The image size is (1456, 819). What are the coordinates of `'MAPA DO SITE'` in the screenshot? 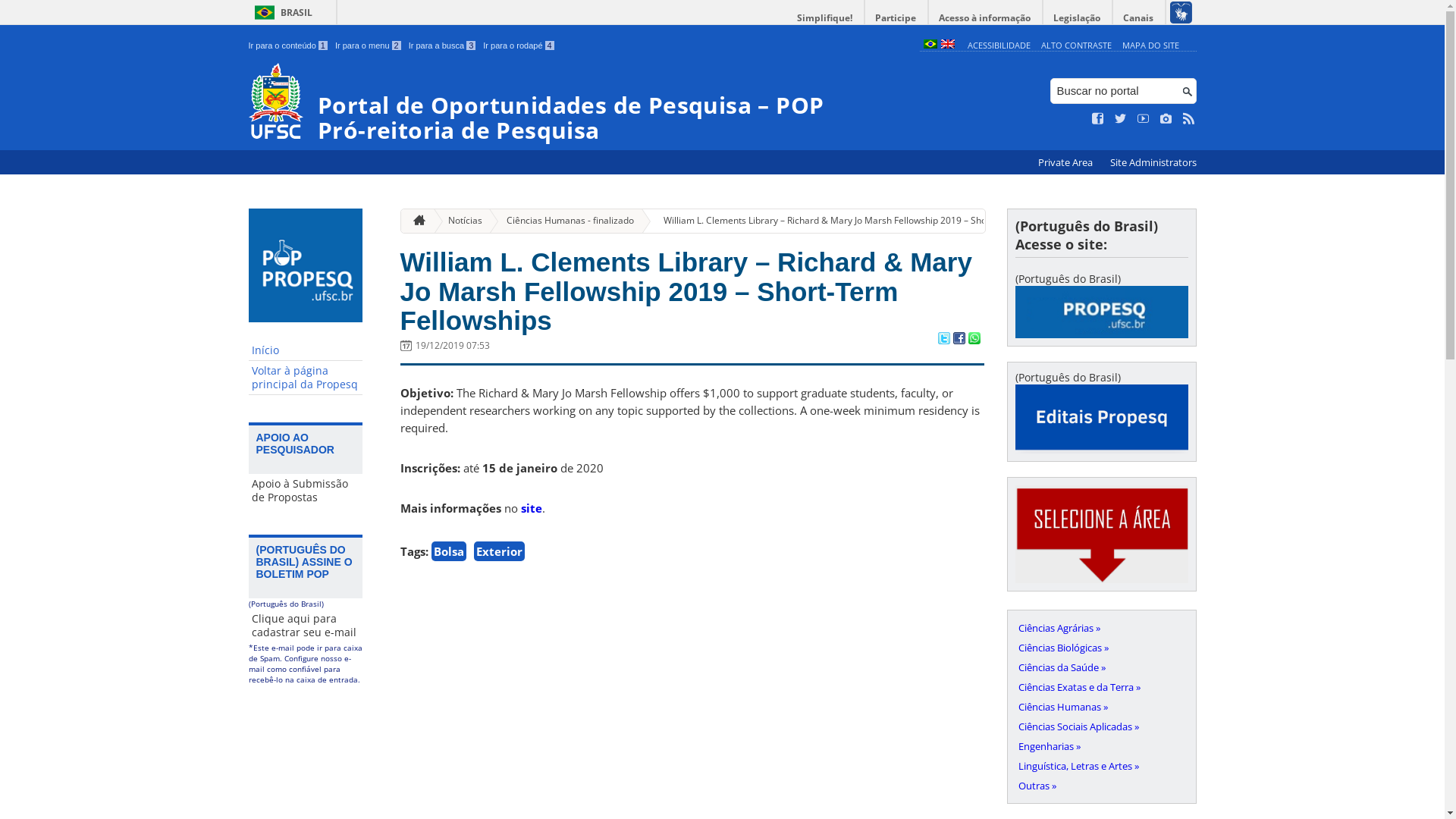 It's located at (1150, 44).